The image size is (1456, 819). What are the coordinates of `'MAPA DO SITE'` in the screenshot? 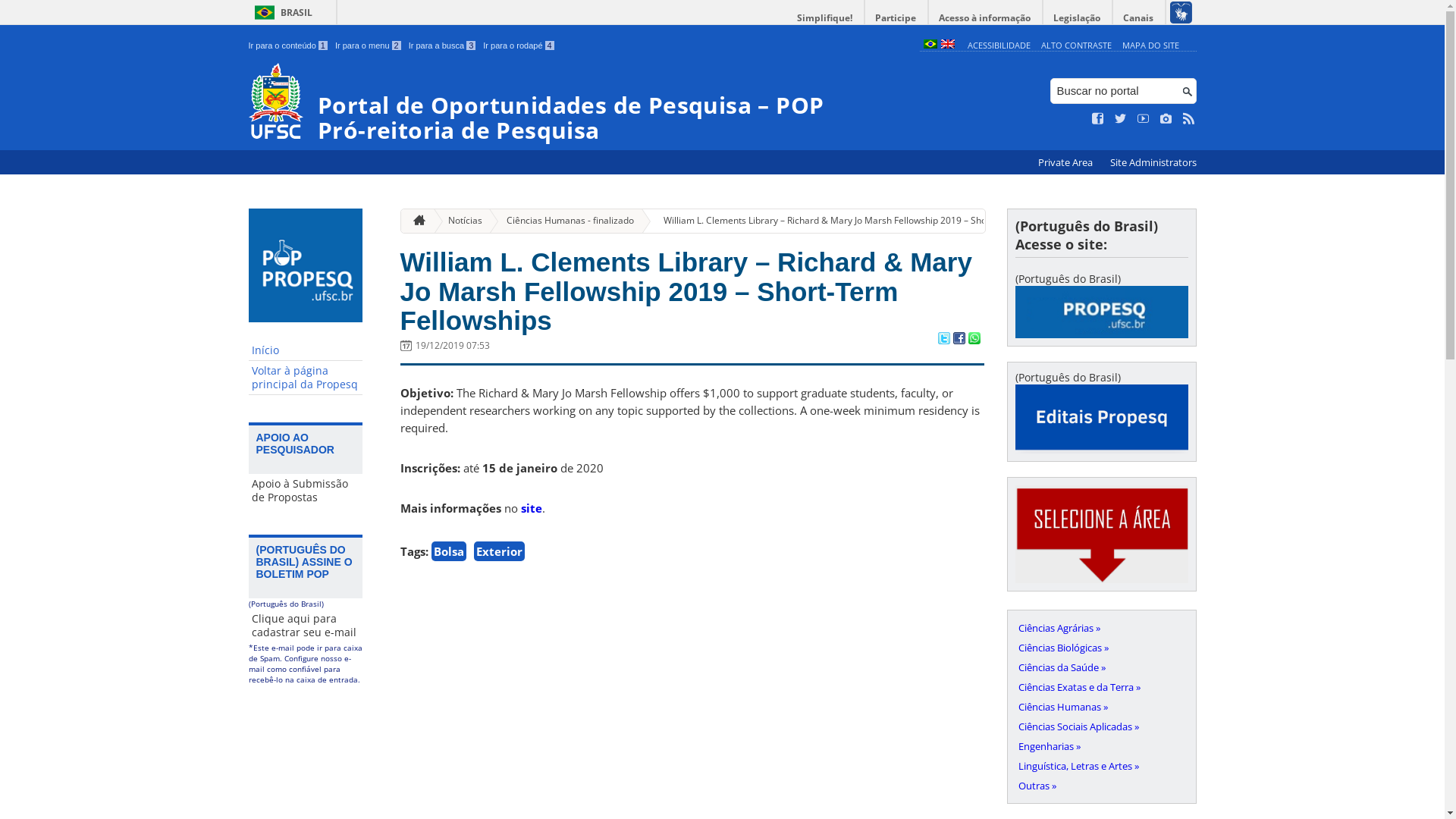 It's located at (1150, 44).